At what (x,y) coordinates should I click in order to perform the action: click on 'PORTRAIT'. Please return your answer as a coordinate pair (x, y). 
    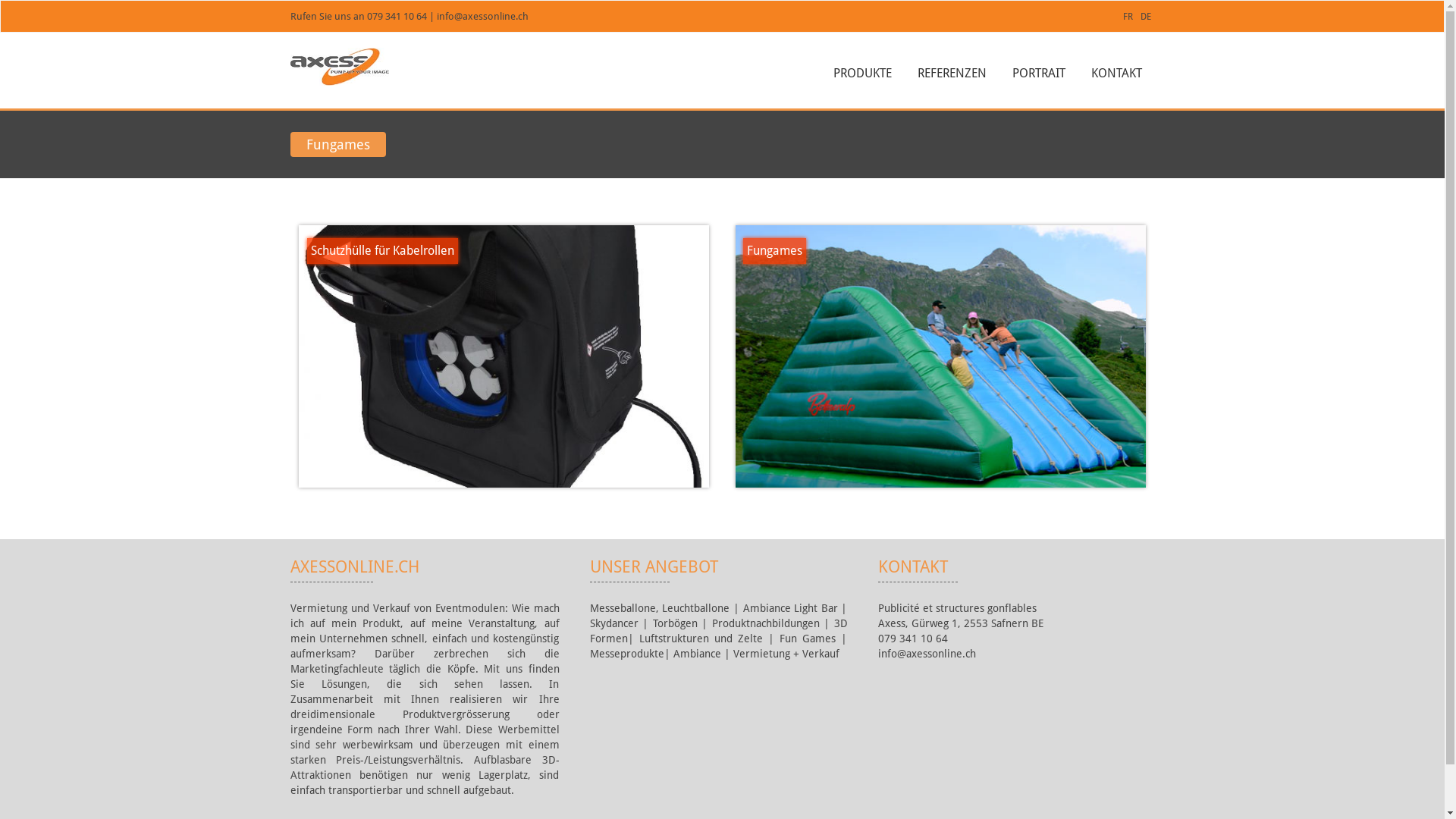
    Looking at the image, I should click on (1037, 73).